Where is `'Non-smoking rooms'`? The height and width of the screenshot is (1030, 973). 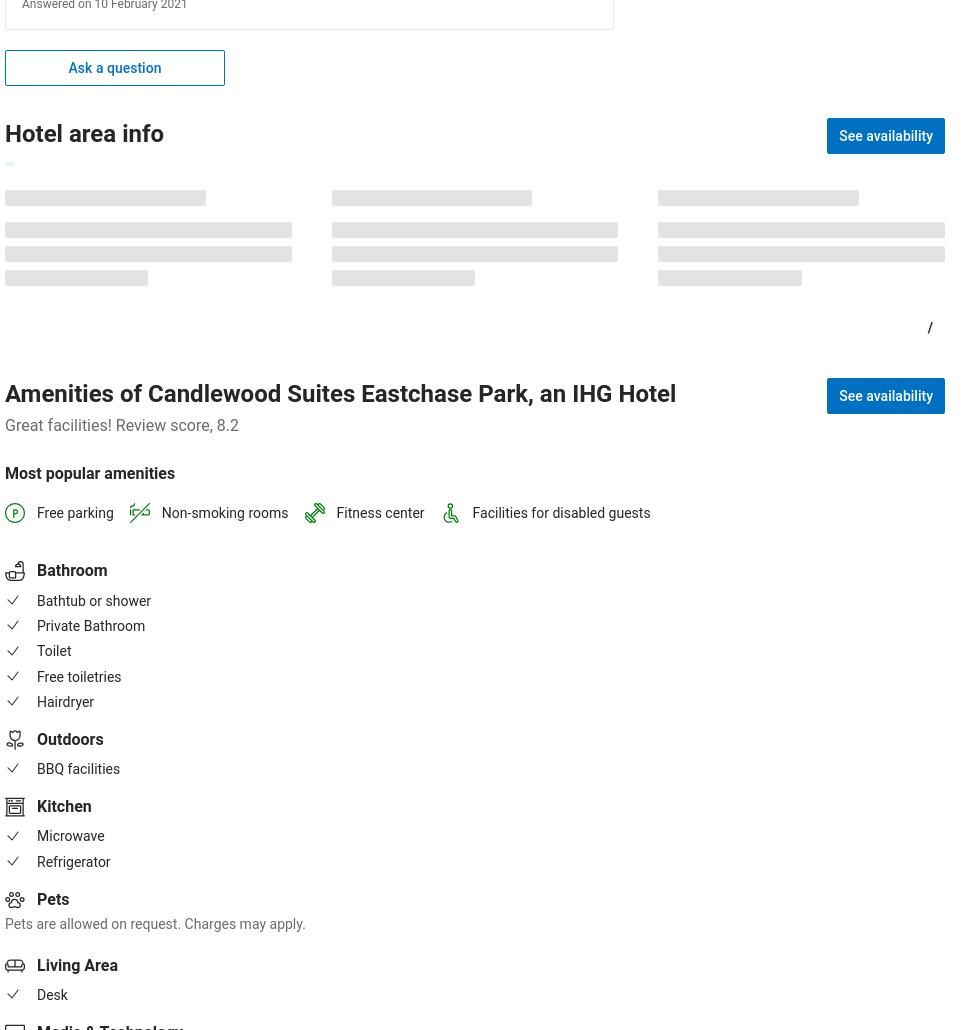 'Non-smoking rooms' is located at coordinates (161, 512).